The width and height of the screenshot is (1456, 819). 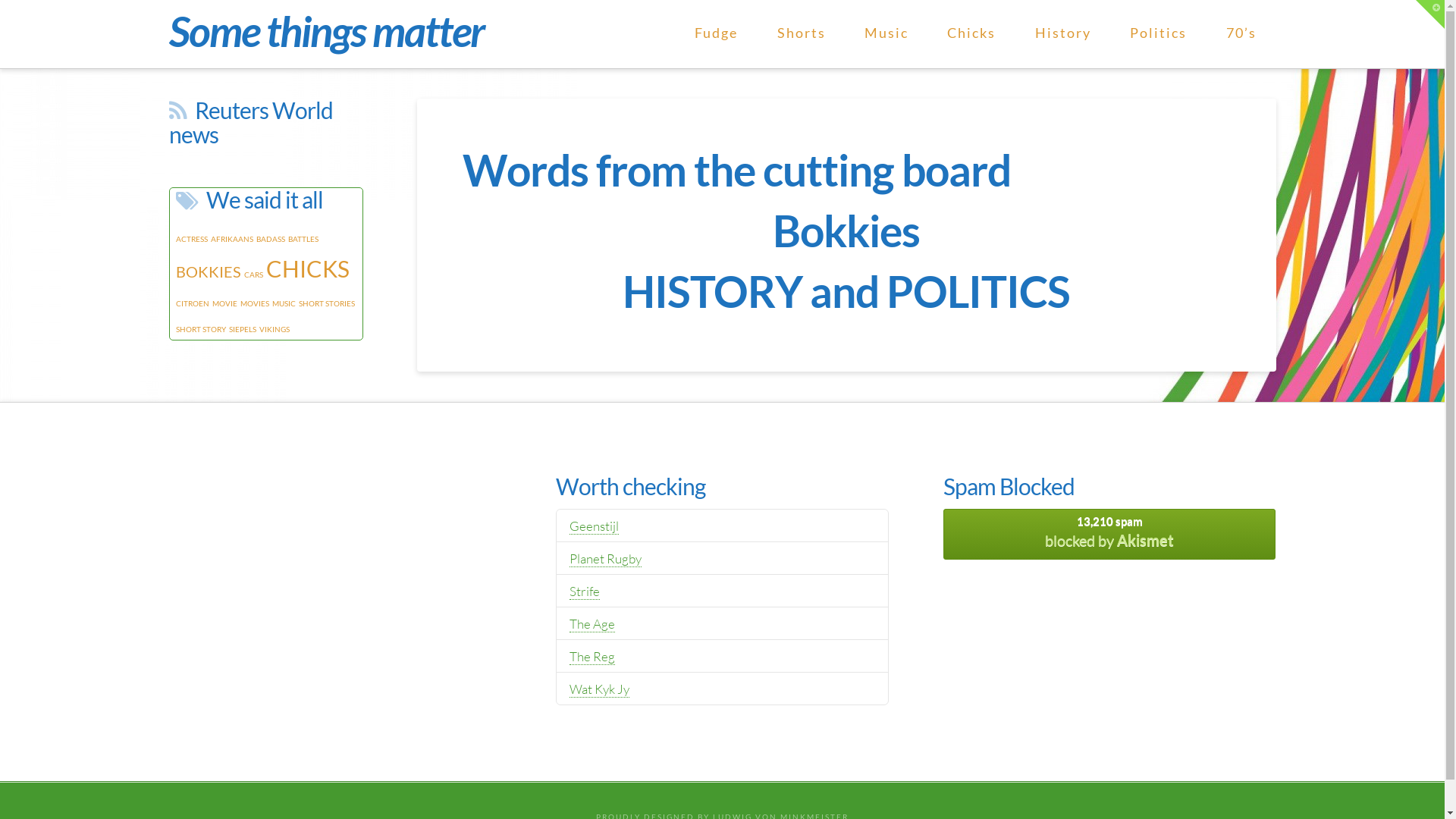 I want to click on 'Chicks', so click(x=971, y=34).